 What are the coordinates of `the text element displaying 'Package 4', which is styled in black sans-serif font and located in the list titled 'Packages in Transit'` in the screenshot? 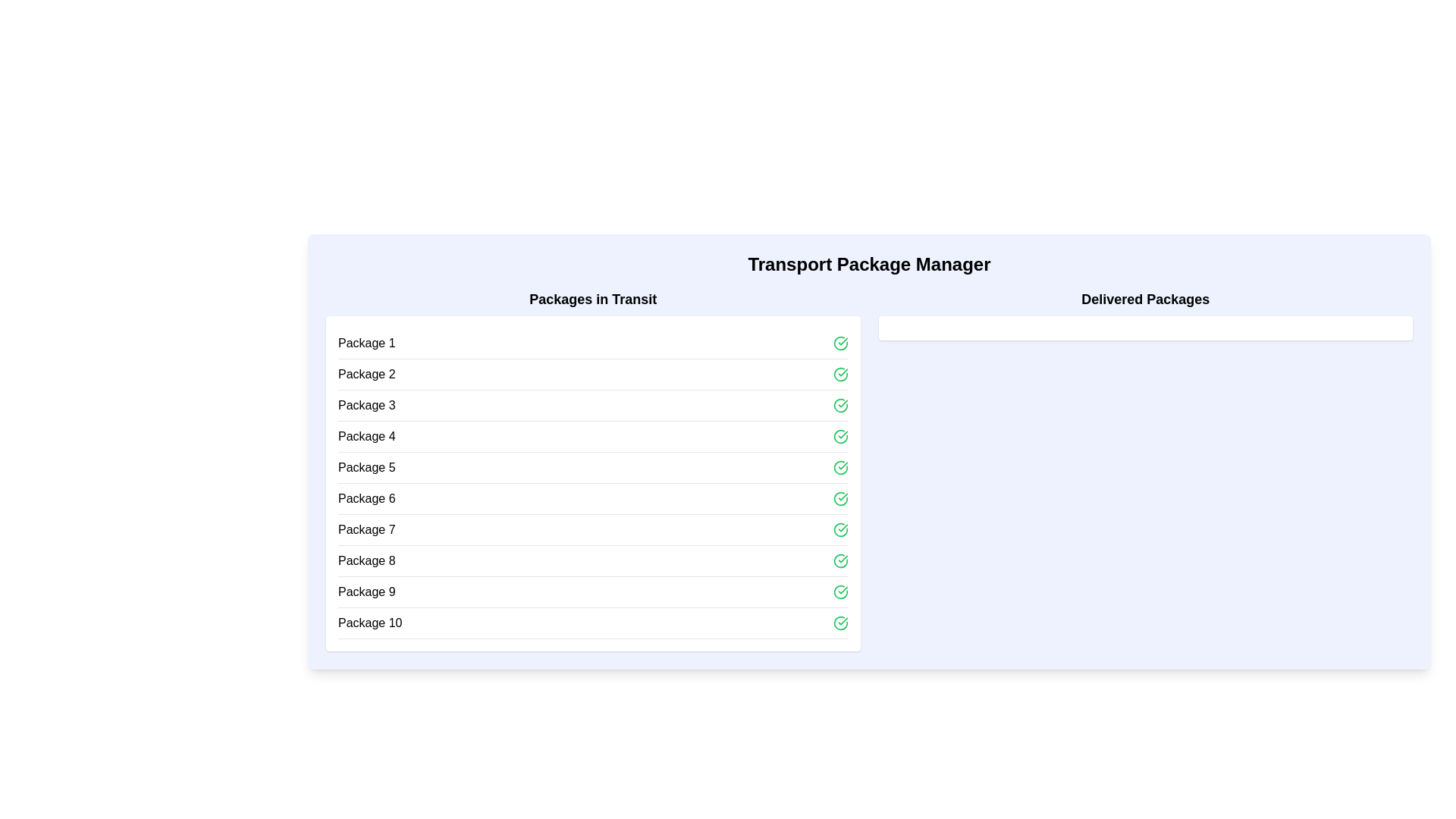 It's located at (366, 436).